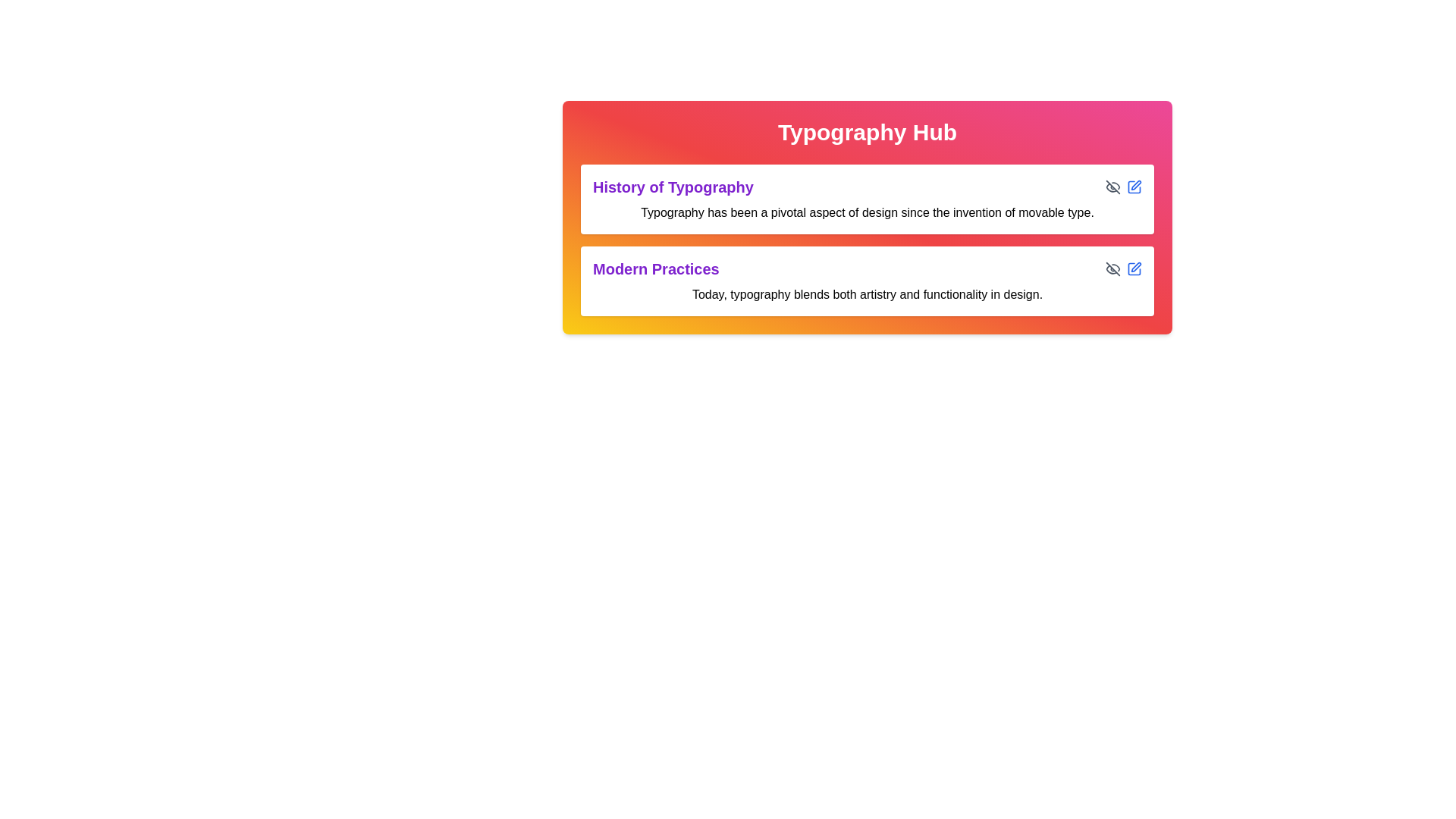  What do you see at coordinates (867, 281) in the screenshot?
I see `the informational card that describes modern practices in typography, which is the second card in a vertical stack below the 'History of Typography' card` at bounding box center [867, 281].